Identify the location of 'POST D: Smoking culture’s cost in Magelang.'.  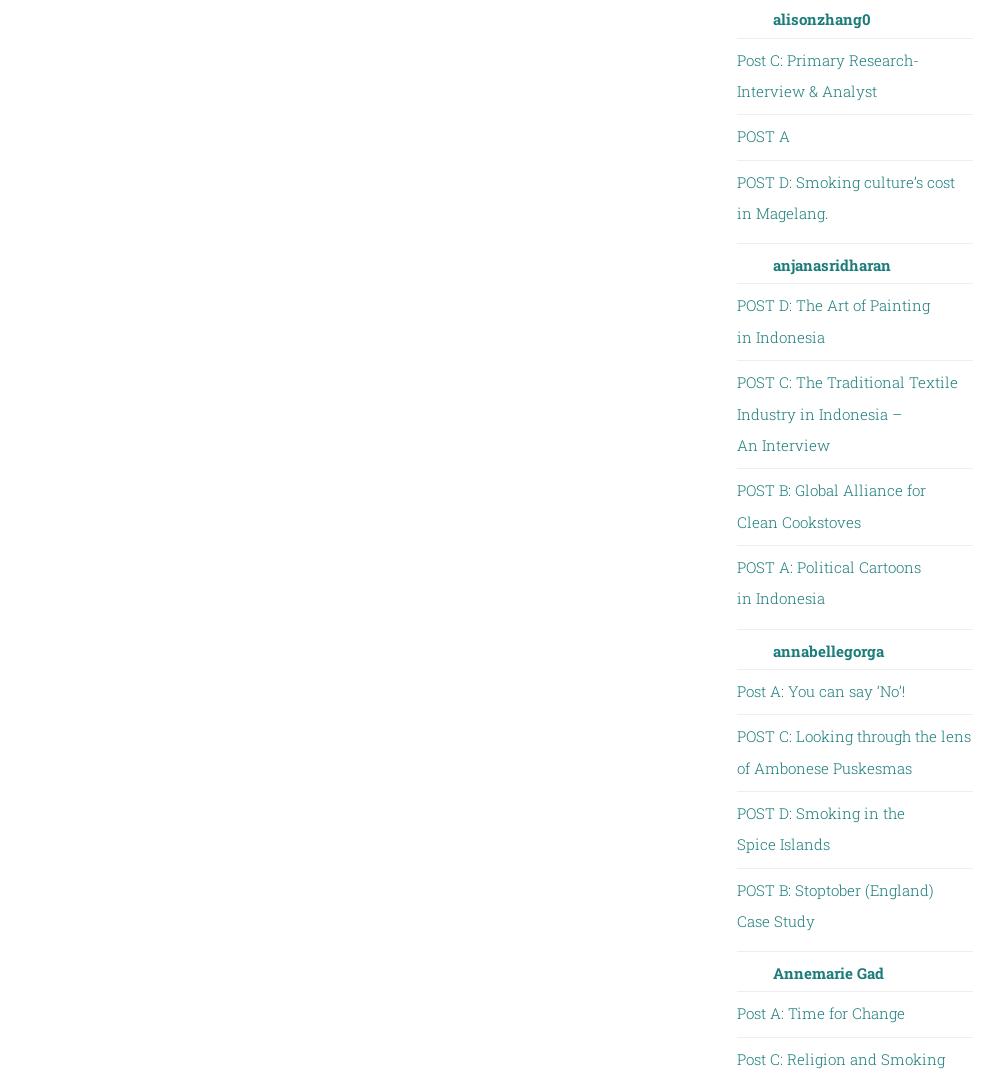
(844, 196).